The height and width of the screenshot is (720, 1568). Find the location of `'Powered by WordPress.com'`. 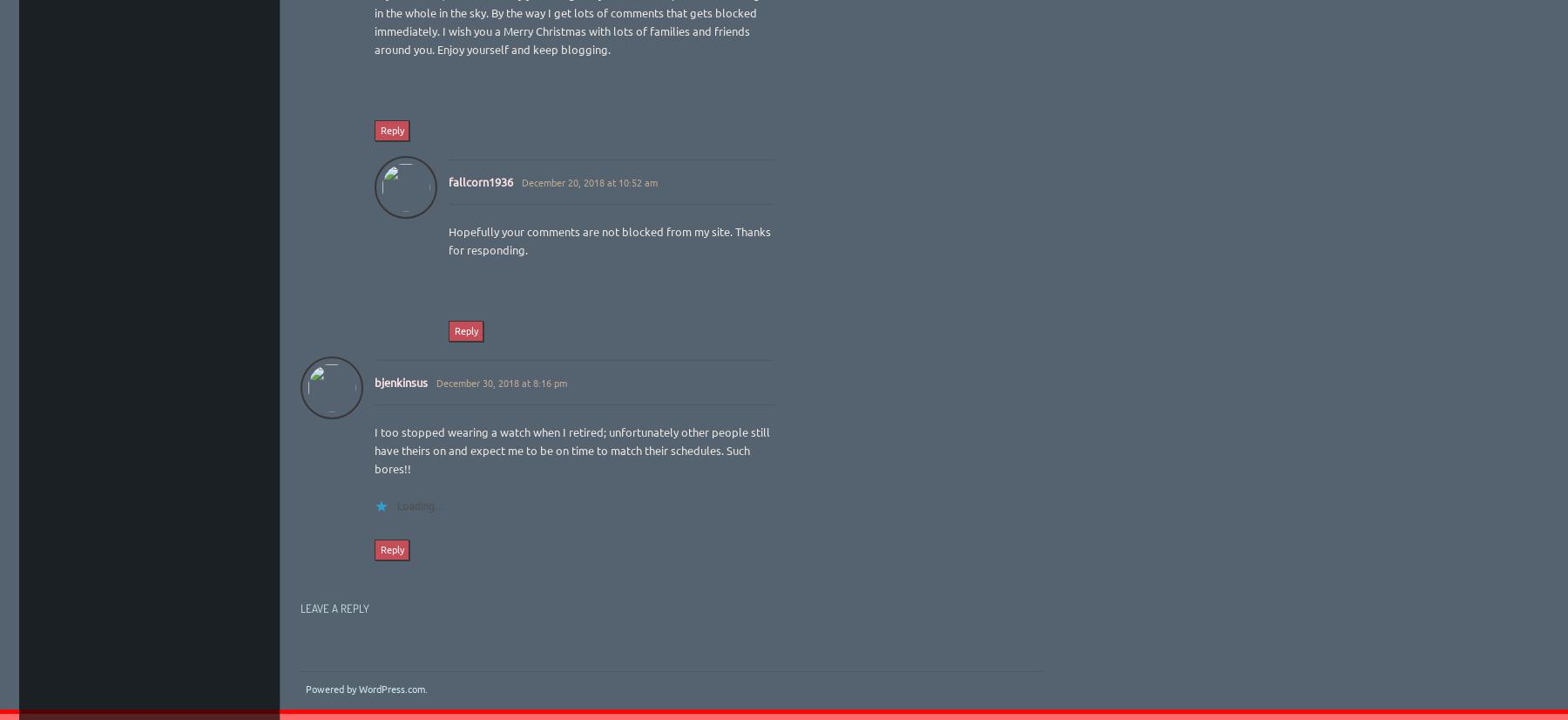

'Powered by WordPress.com' is located at coordinates (364, 688).